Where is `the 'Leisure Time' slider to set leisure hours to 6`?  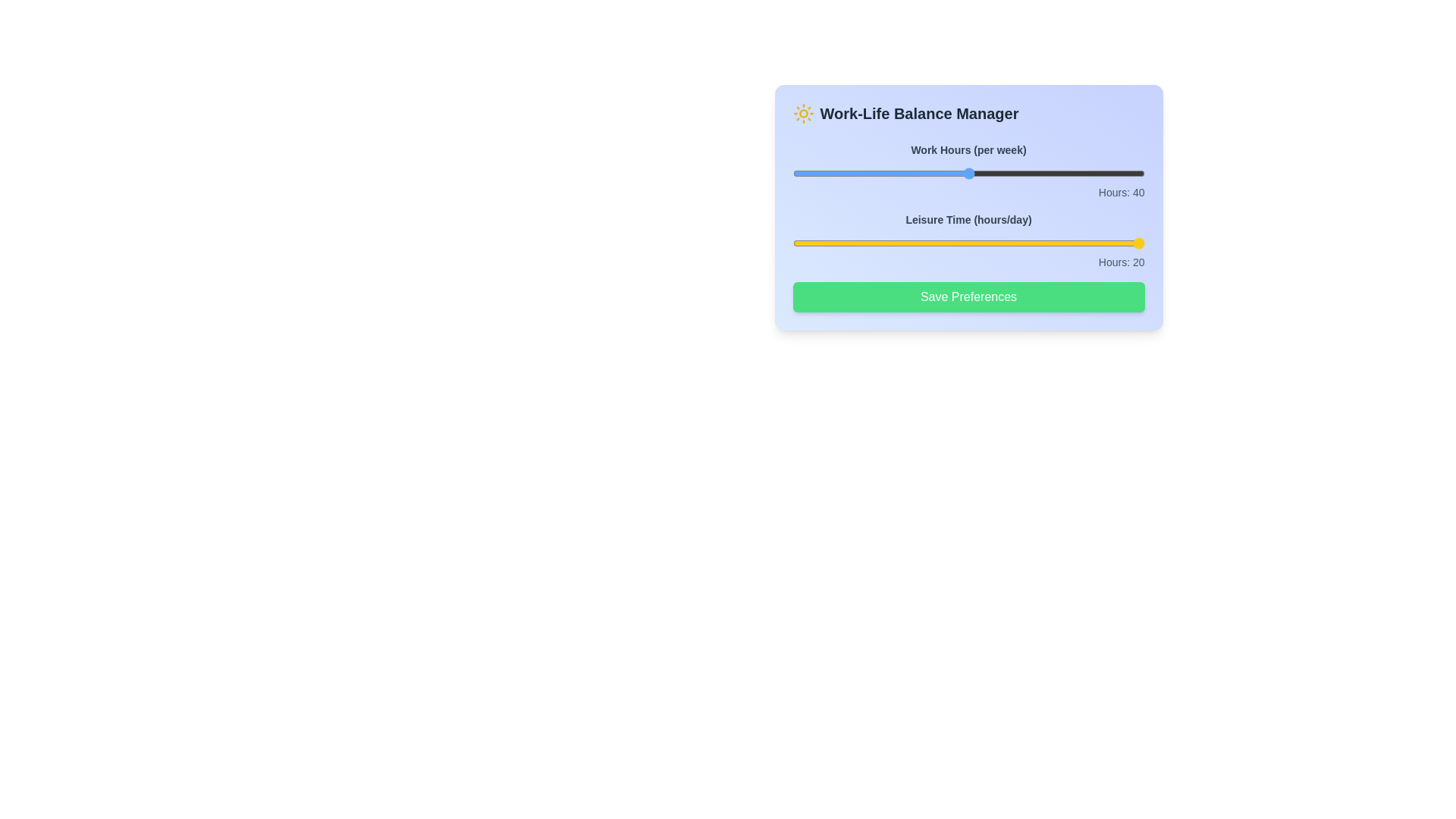 the 'Leisure Time' slider to set leisure hours to 6 is located at coordinates (968, 242).